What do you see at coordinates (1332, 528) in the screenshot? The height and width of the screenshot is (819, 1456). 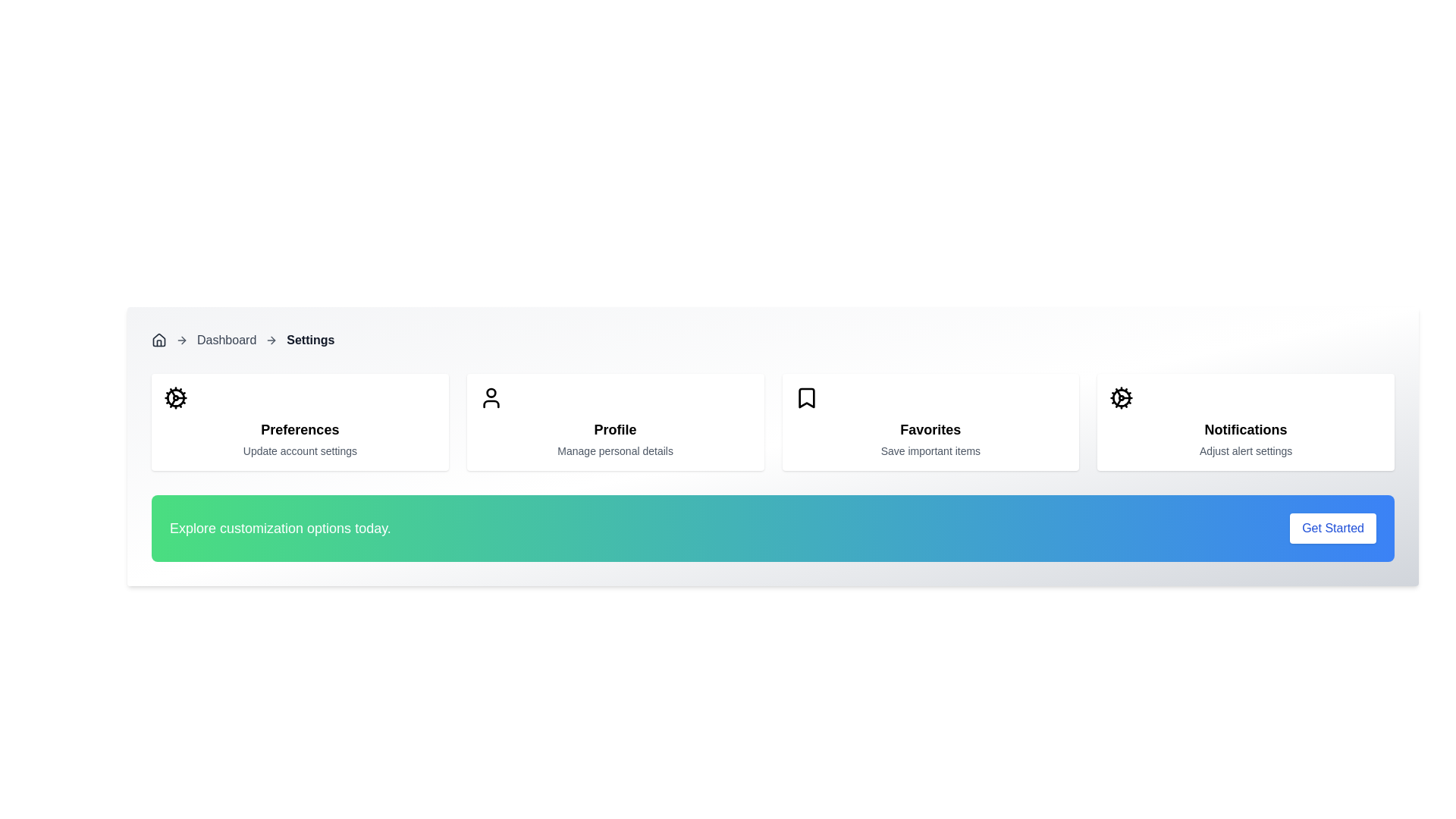 I see `the 'Get Started' button located in the bottom-right corner of the gradient-colored section to initiate the action` at bounding box center [1332, 528].